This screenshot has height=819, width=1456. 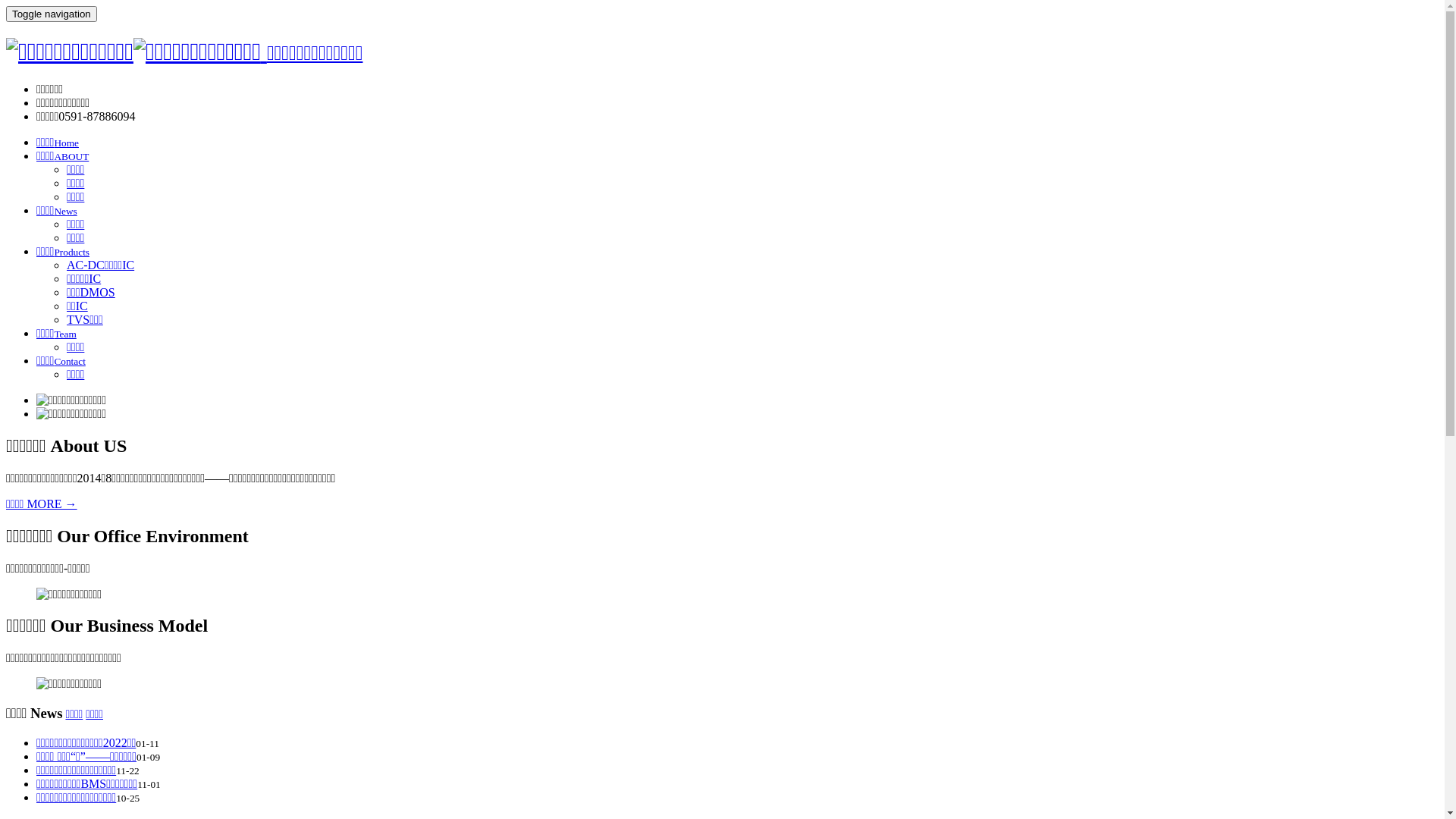 What do you see at coordinates (51, 14) in the screenshot?
I see `'Toggle navigation'` at bounding box center [51, 14].